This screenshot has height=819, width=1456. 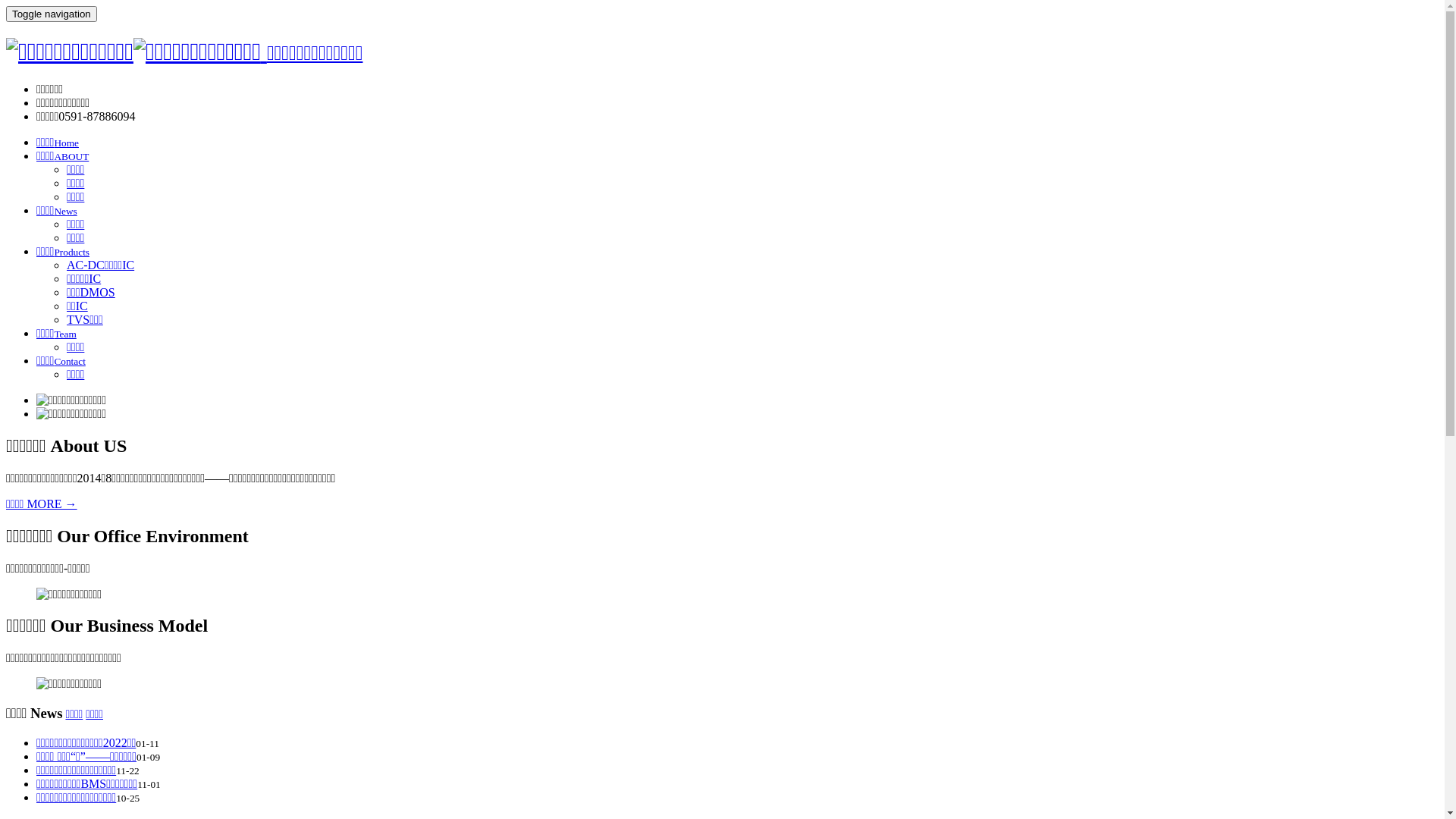 What do you see at coordinates (51, 14) in the screenshot?
I see `'Toggle navigation'` at bounding box center [51, 14].